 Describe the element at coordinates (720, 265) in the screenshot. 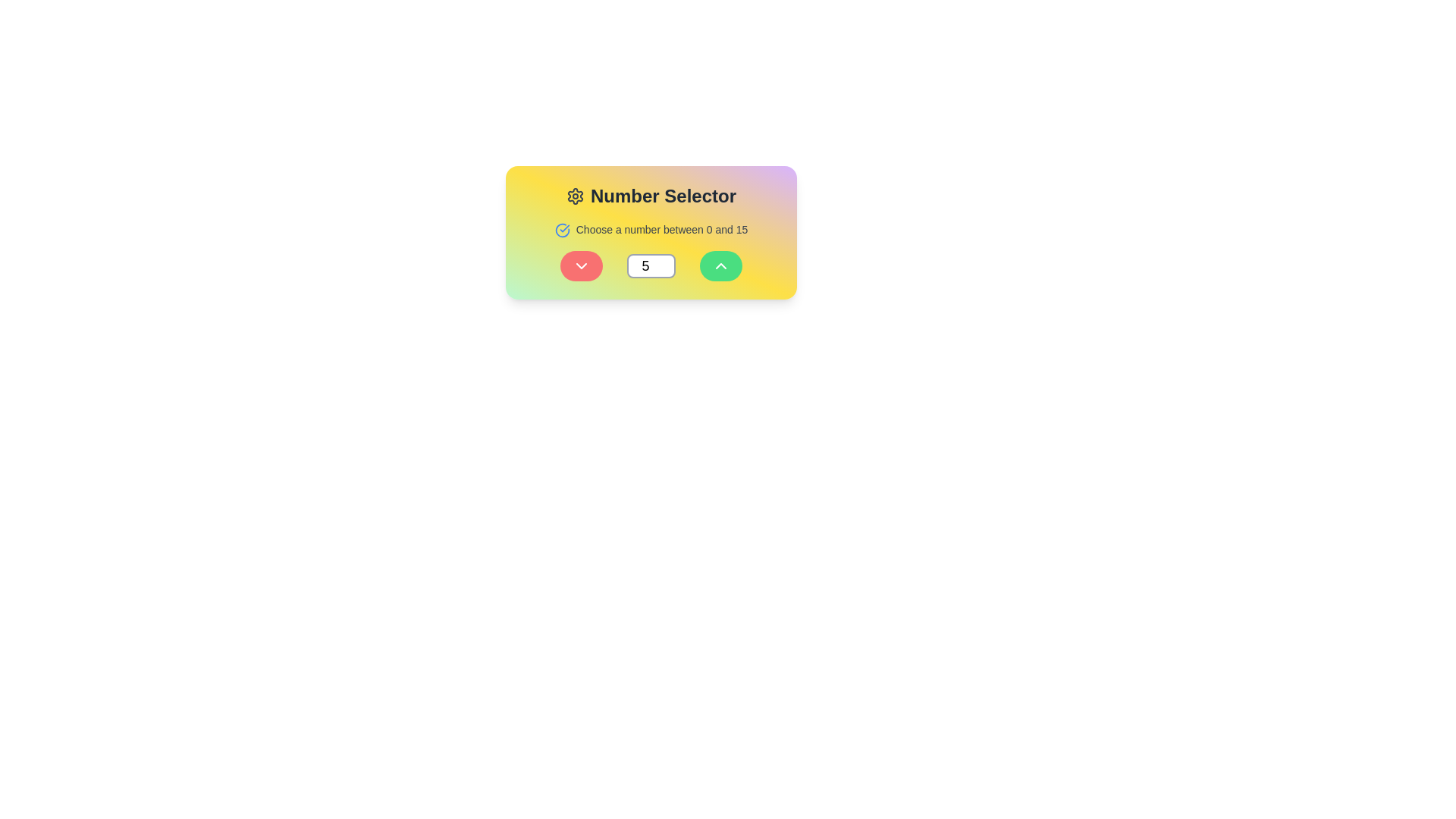

I see `the green circular icon button located to the right of the number input field labeled '5'` at that location.